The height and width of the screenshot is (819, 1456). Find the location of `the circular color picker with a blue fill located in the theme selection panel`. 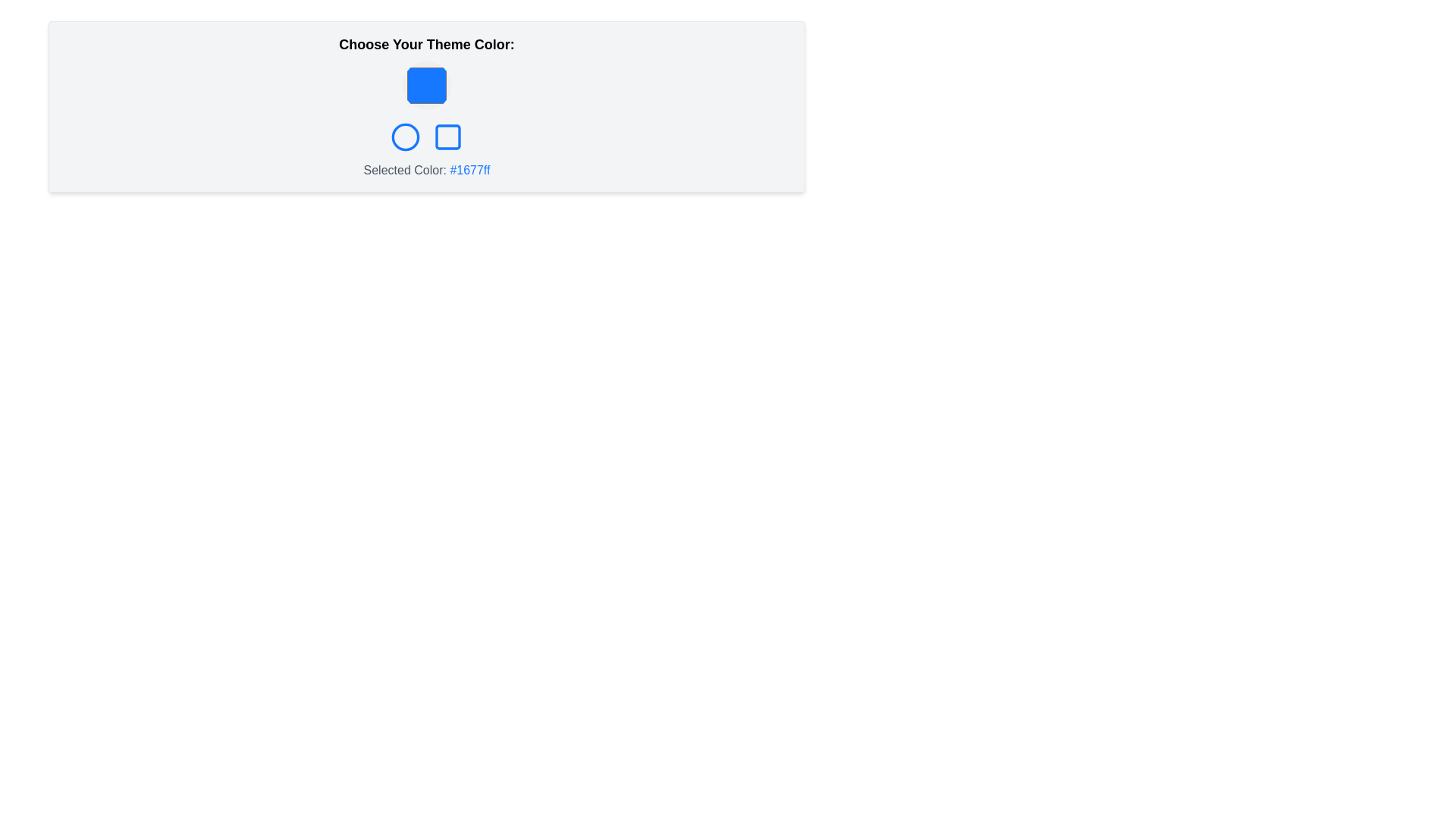

the circular color picker with a blue fill located in the theme selection panel is located at coordinates (425, 85).